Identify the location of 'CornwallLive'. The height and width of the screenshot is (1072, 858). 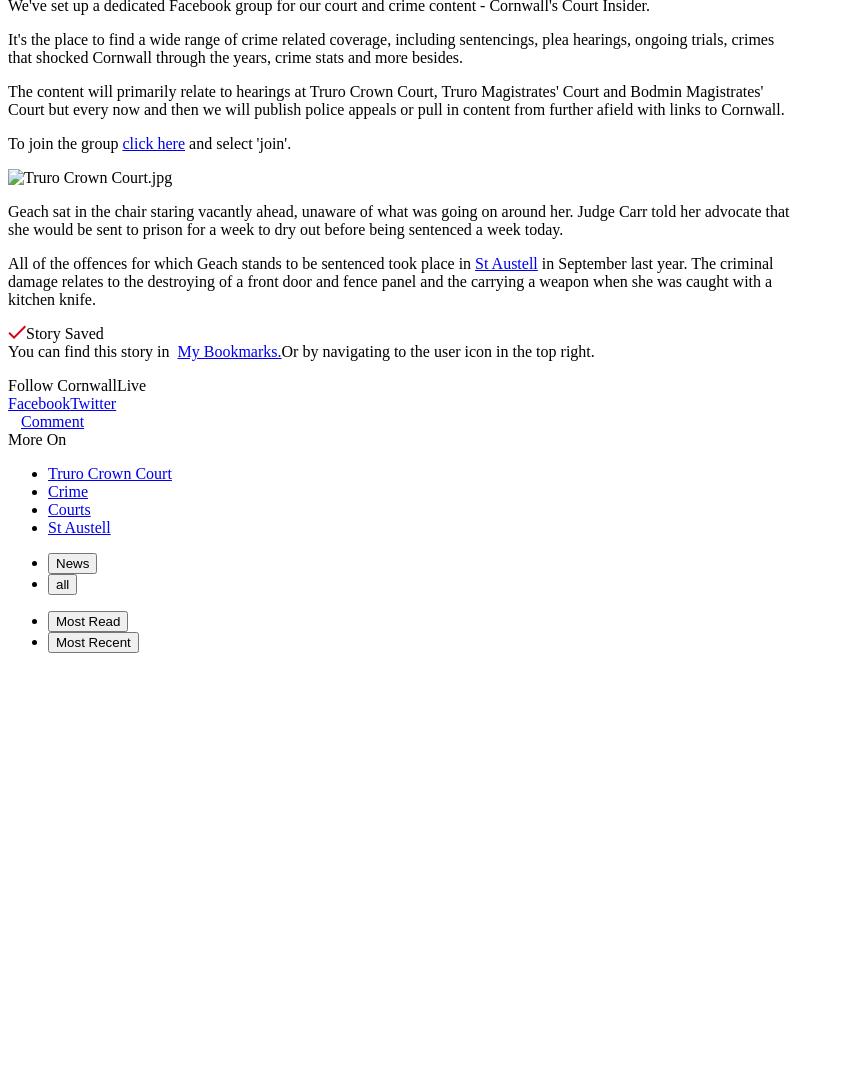
(55, 385).